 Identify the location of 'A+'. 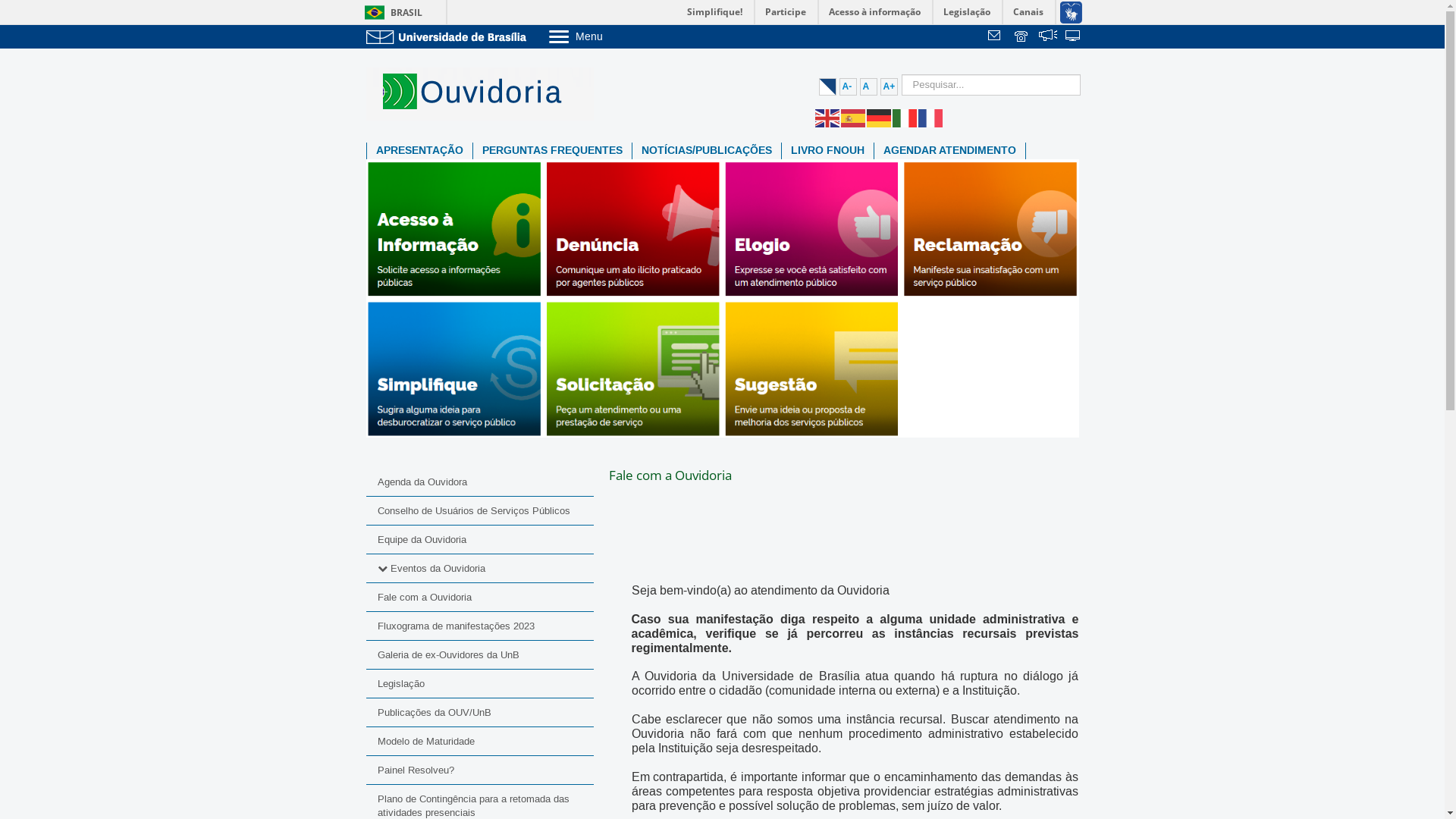
(880, 86).